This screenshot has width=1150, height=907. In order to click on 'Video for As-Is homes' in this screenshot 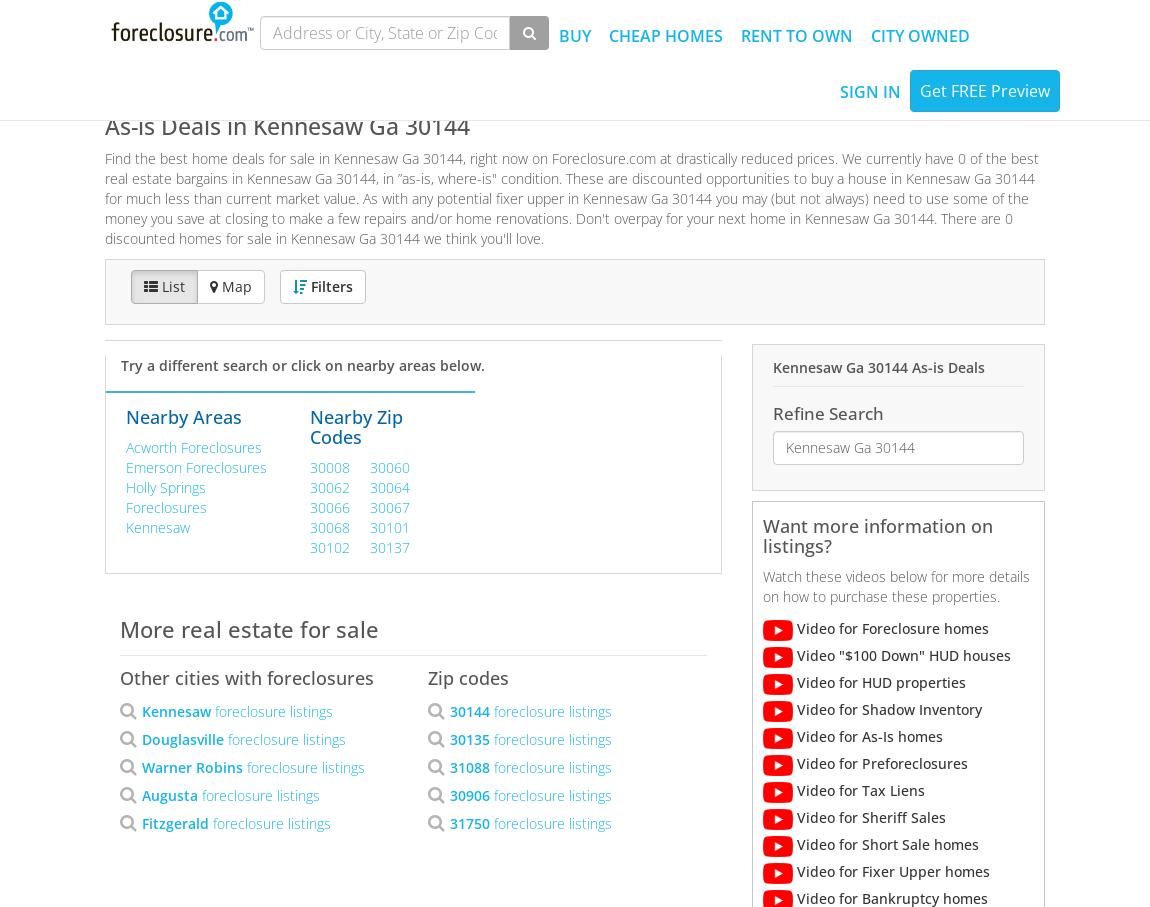, I will do `click(866, 735)`.